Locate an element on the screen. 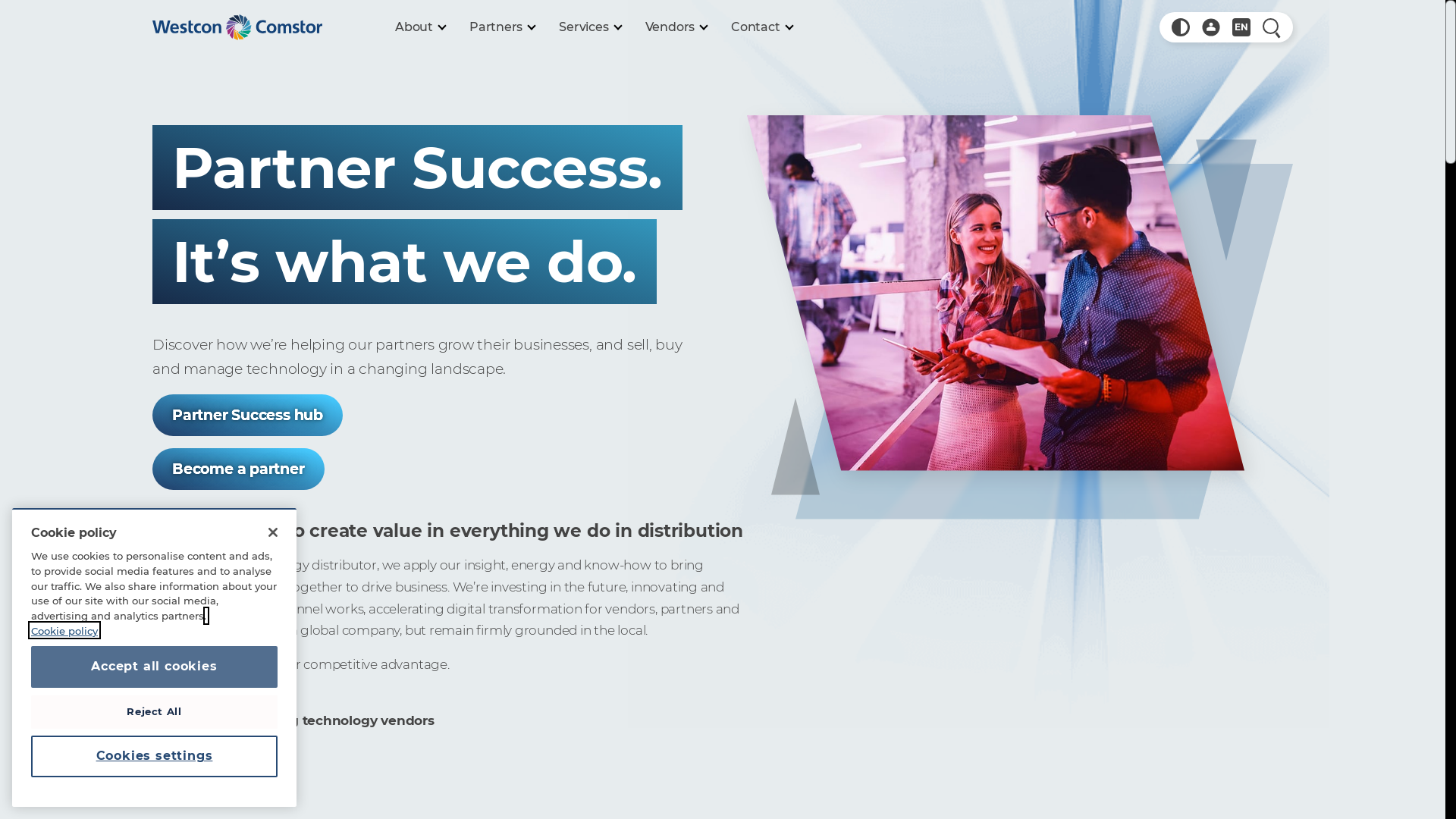 Image resolution: width=1456 pixels, height=819 pixels. 'About' is located at coordinates (419, 27).